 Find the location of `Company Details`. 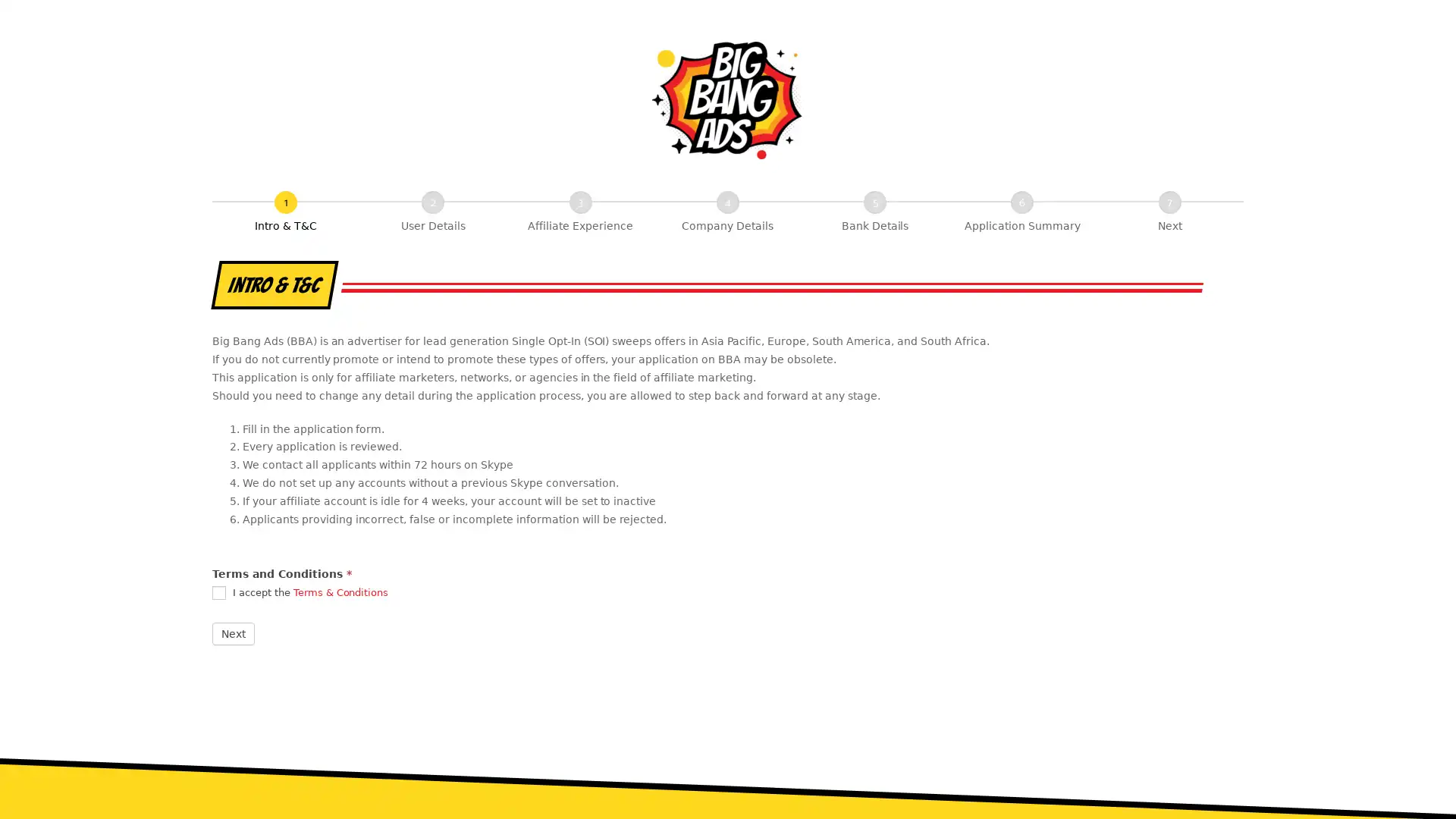

Company Details is located at coordinates (726, 201).